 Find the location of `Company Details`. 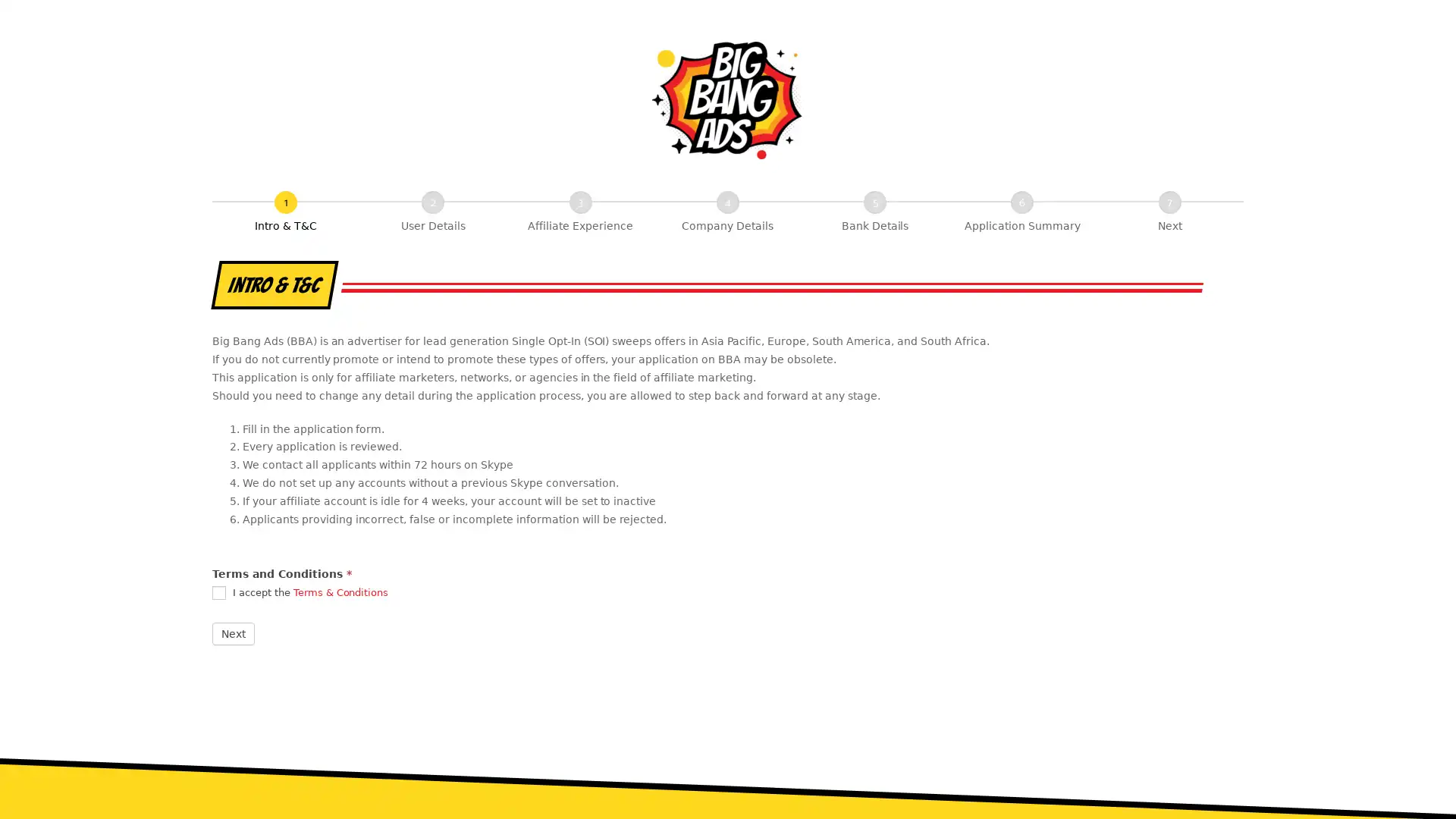

Company Details is located at coordinates (726, 201).